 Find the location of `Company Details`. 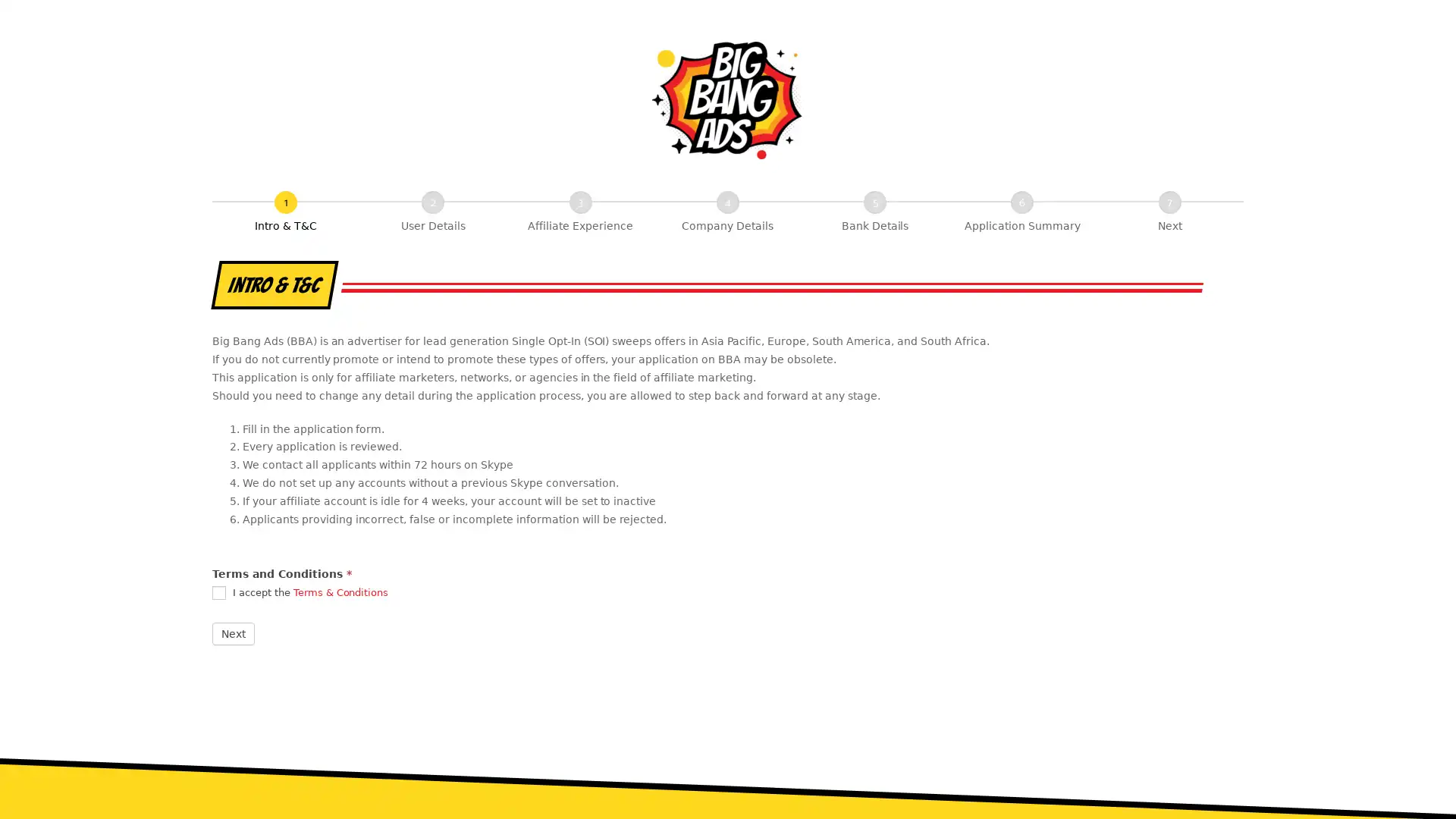

Company Details is located at coordinates (726, 201).